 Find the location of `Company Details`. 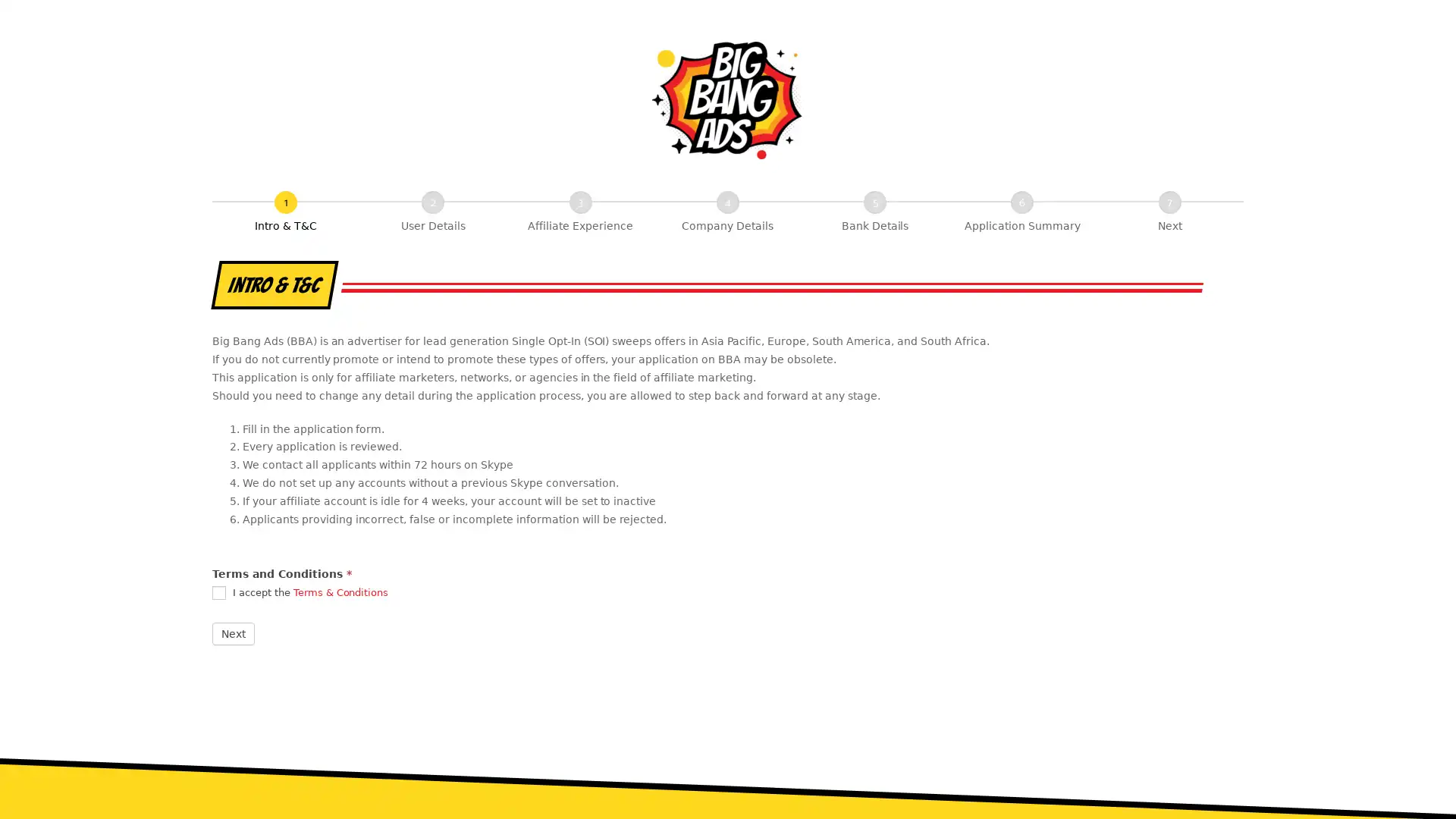

Company Details is located at coordinates (726, 201).